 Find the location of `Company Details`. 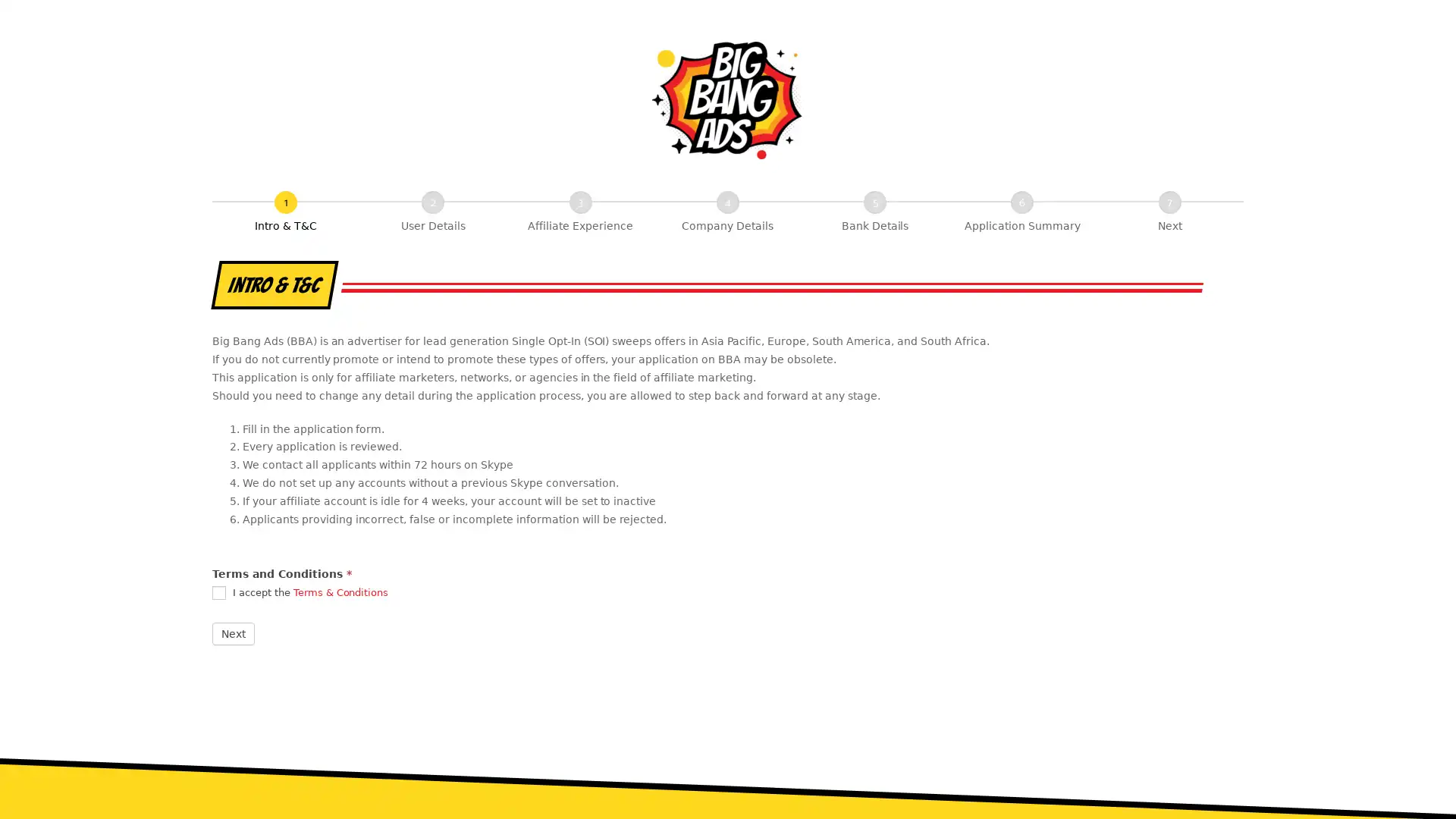

Company Details is located at coordinates (726, 201).